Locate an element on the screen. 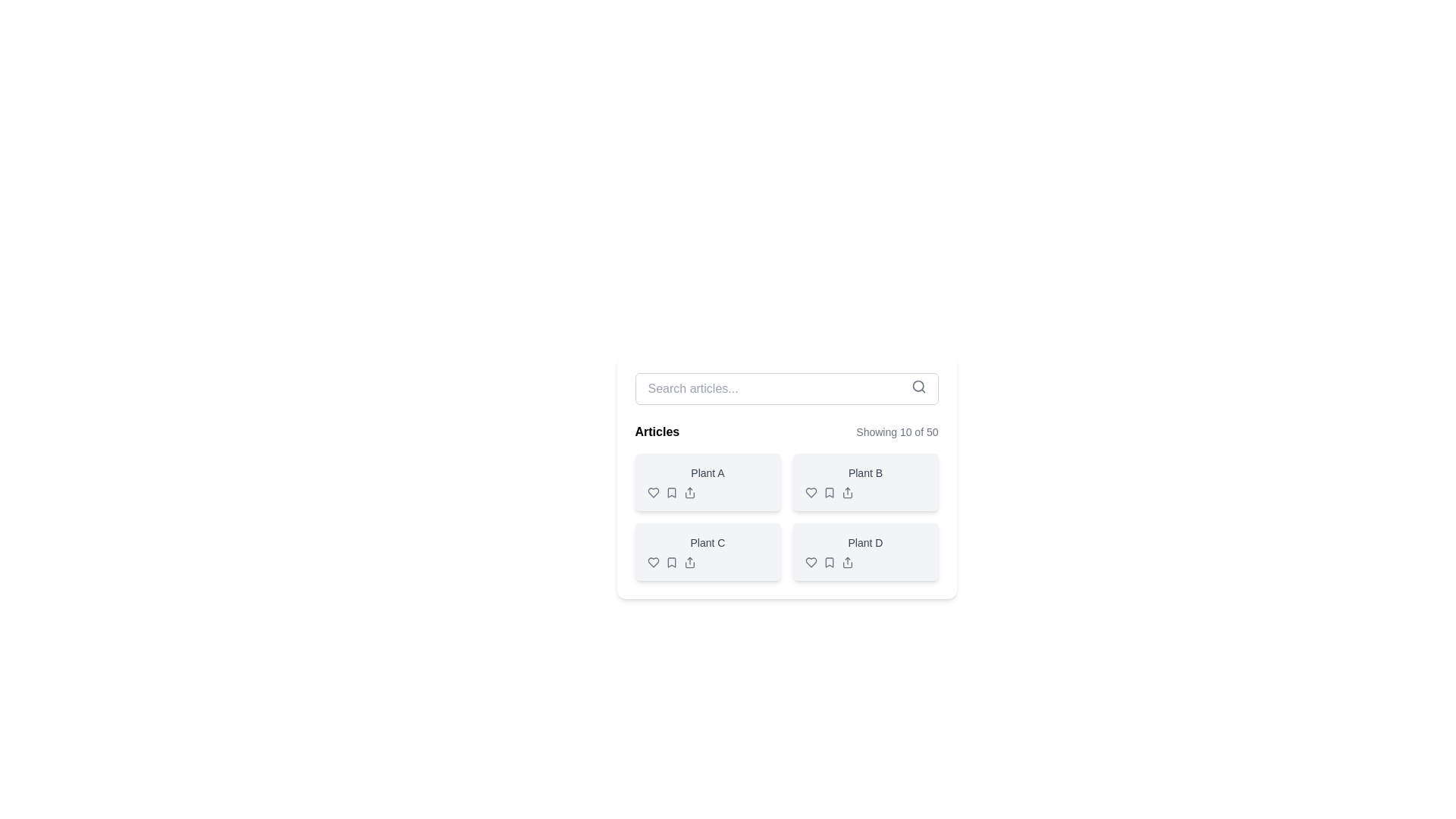 The image size is (1456, 819). the search input field located at the top-center of the card section is located at coordinates (786, 388).